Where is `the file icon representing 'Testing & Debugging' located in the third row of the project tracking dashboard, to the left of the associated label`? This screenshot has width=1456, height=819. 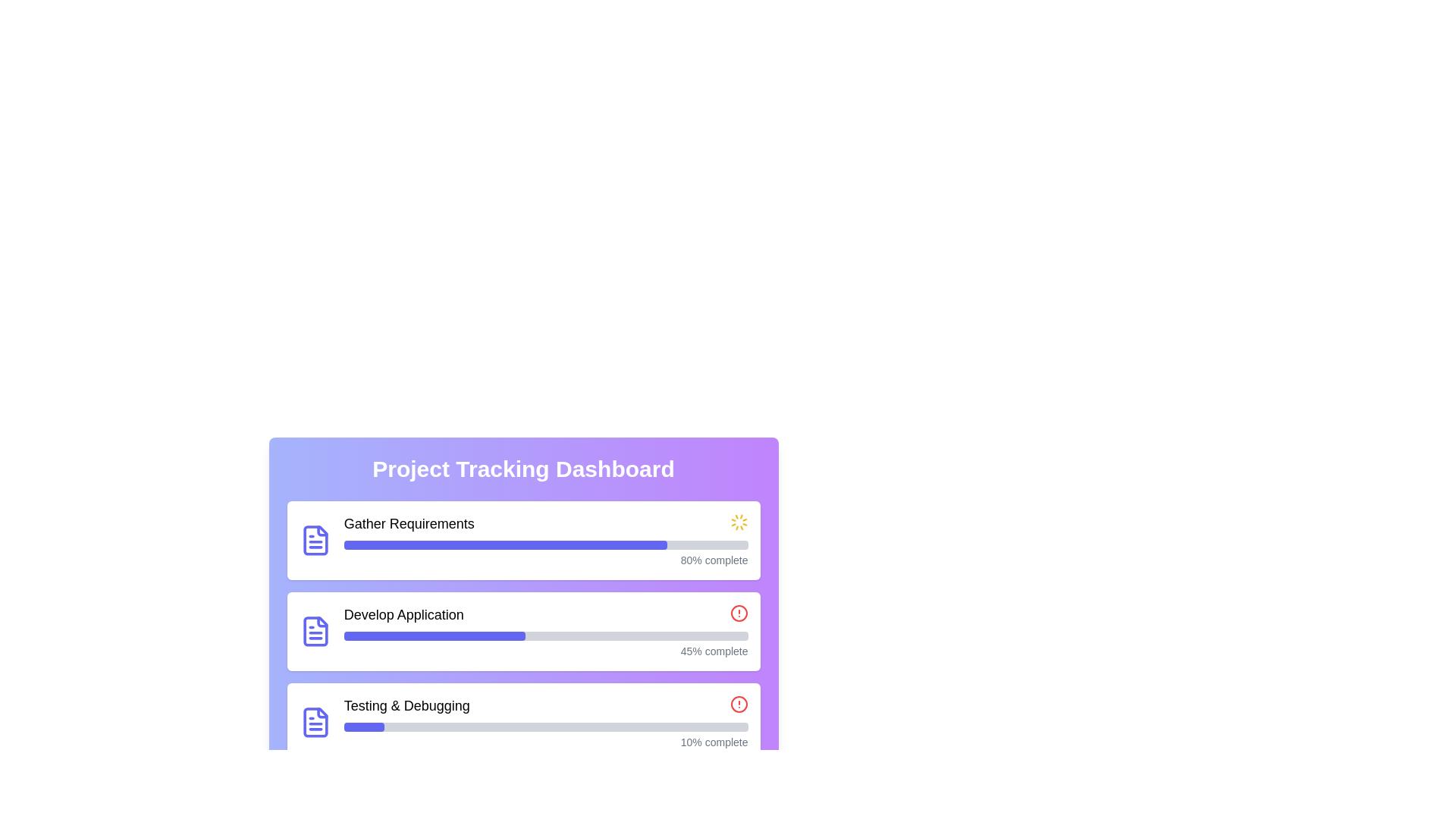 the file icon representing 'Testing & Debugging' located in the third row of the project tracking dashboard, to the left of the associated label is located at coordinates (315, 721).